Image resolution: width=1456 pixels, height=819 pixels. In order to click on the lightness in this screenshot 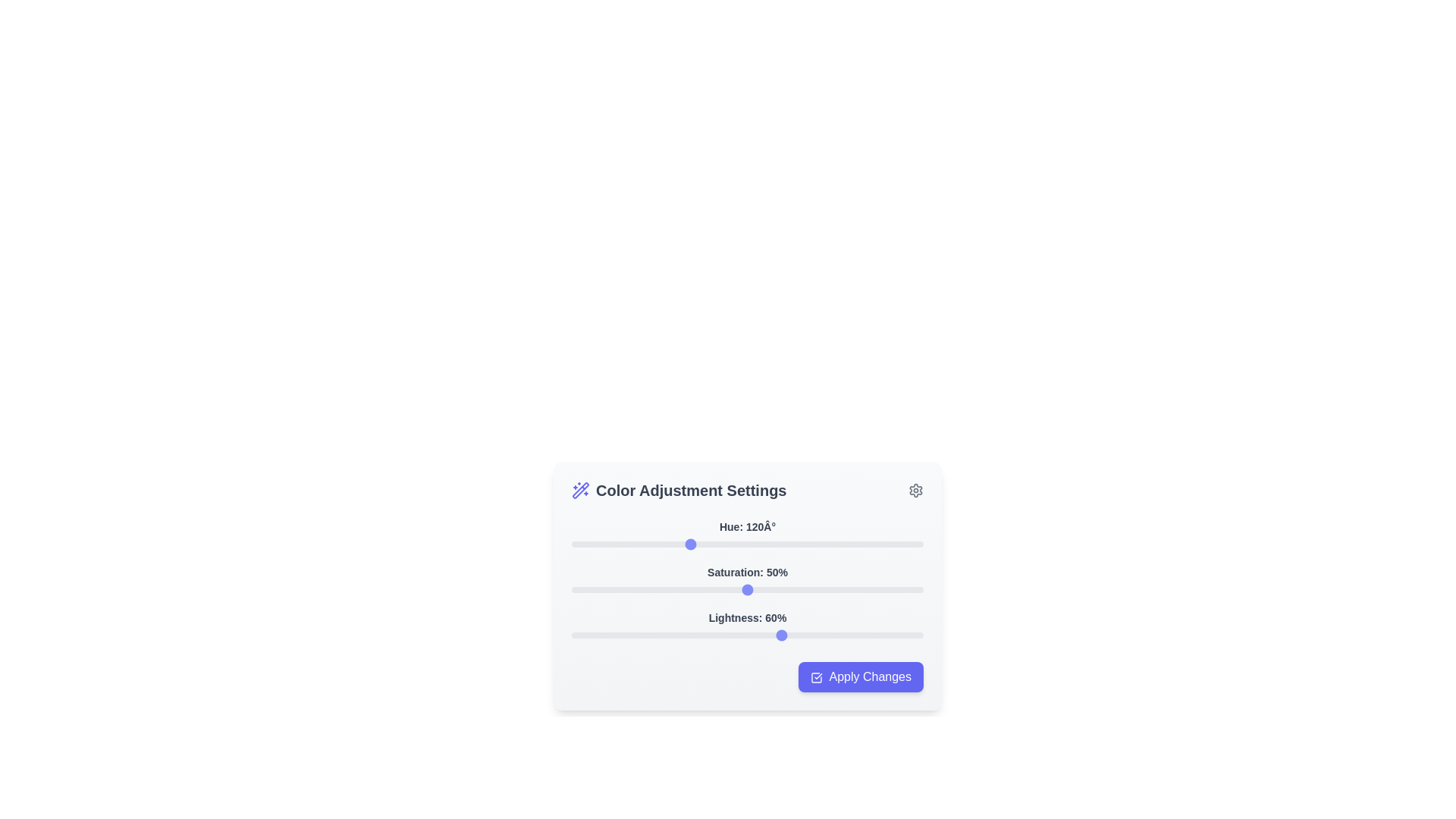, I will do `click(768, 635)`.